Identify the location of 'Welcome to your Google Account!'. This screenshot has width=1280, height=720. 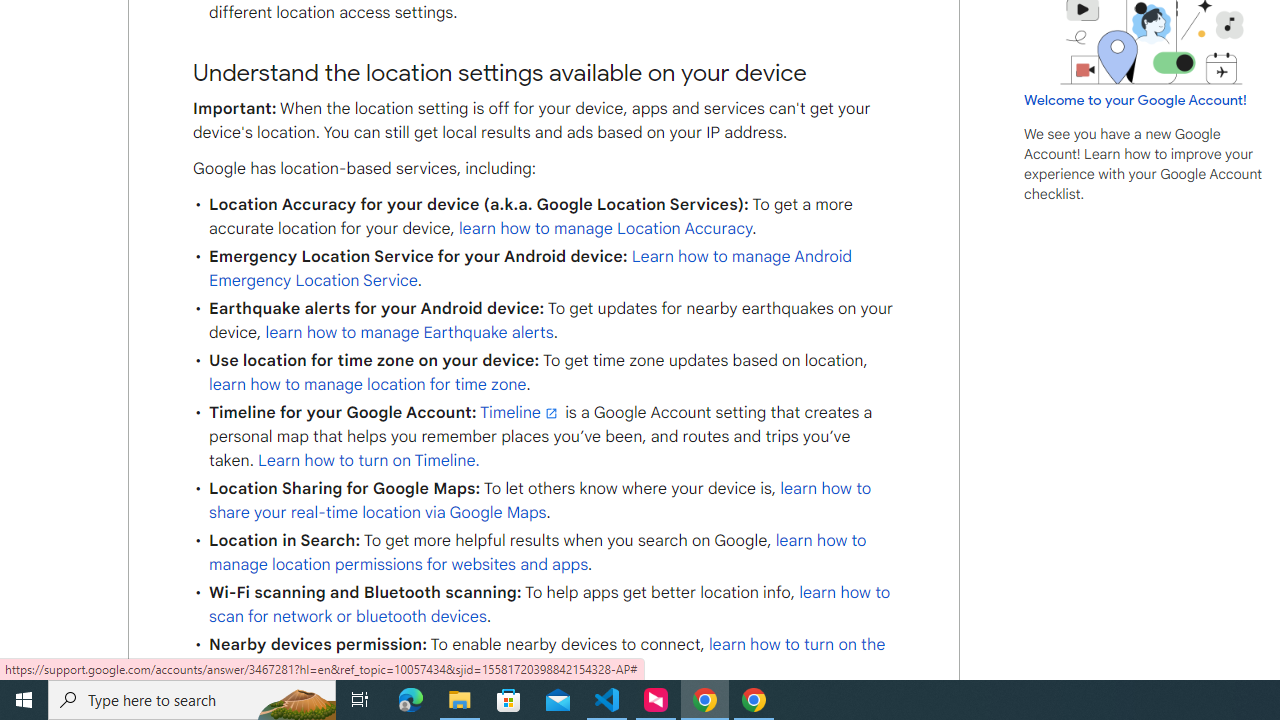
(1135, 99).